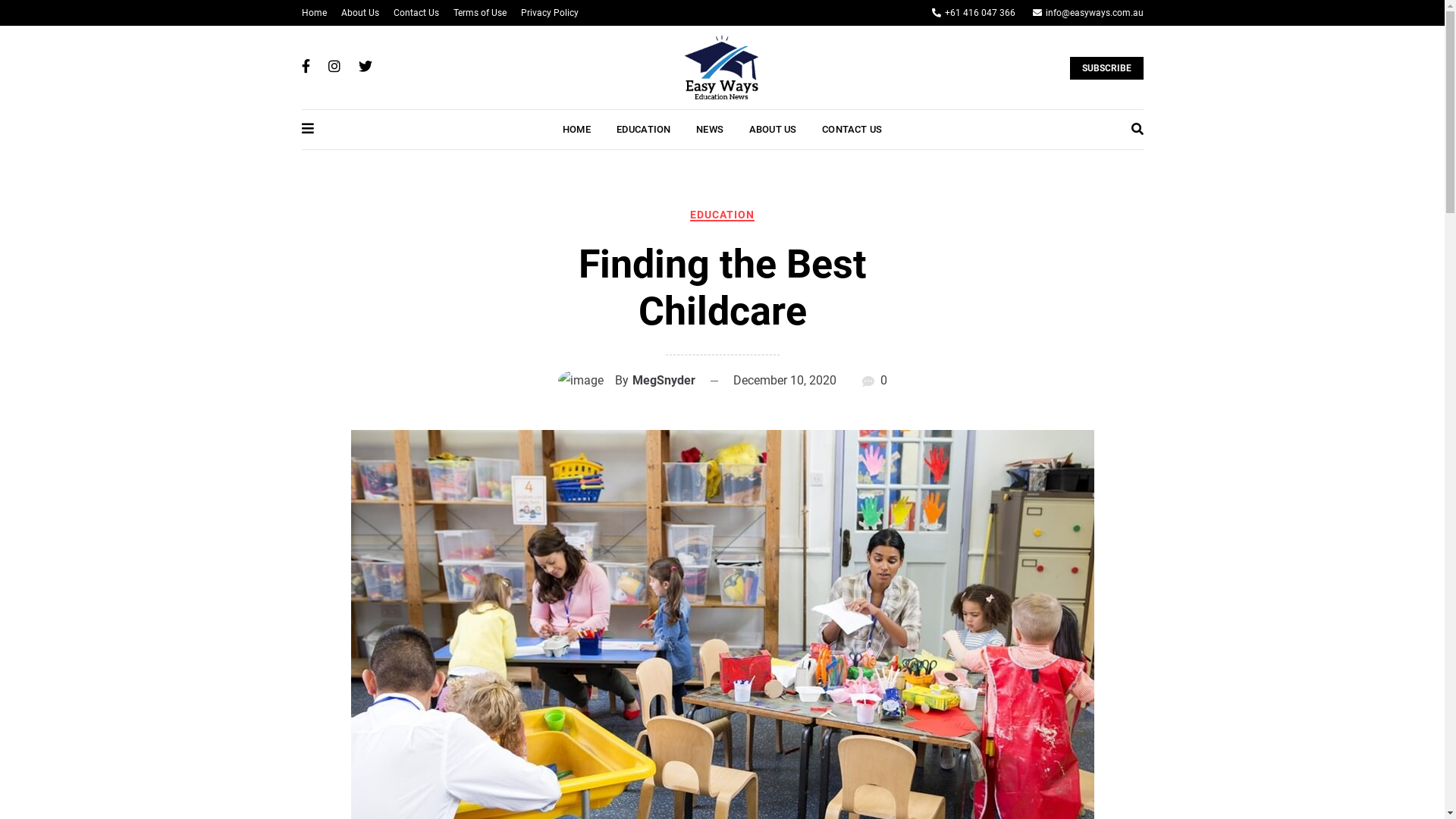  I want to click on 'Contact Us', so click(415, 12).